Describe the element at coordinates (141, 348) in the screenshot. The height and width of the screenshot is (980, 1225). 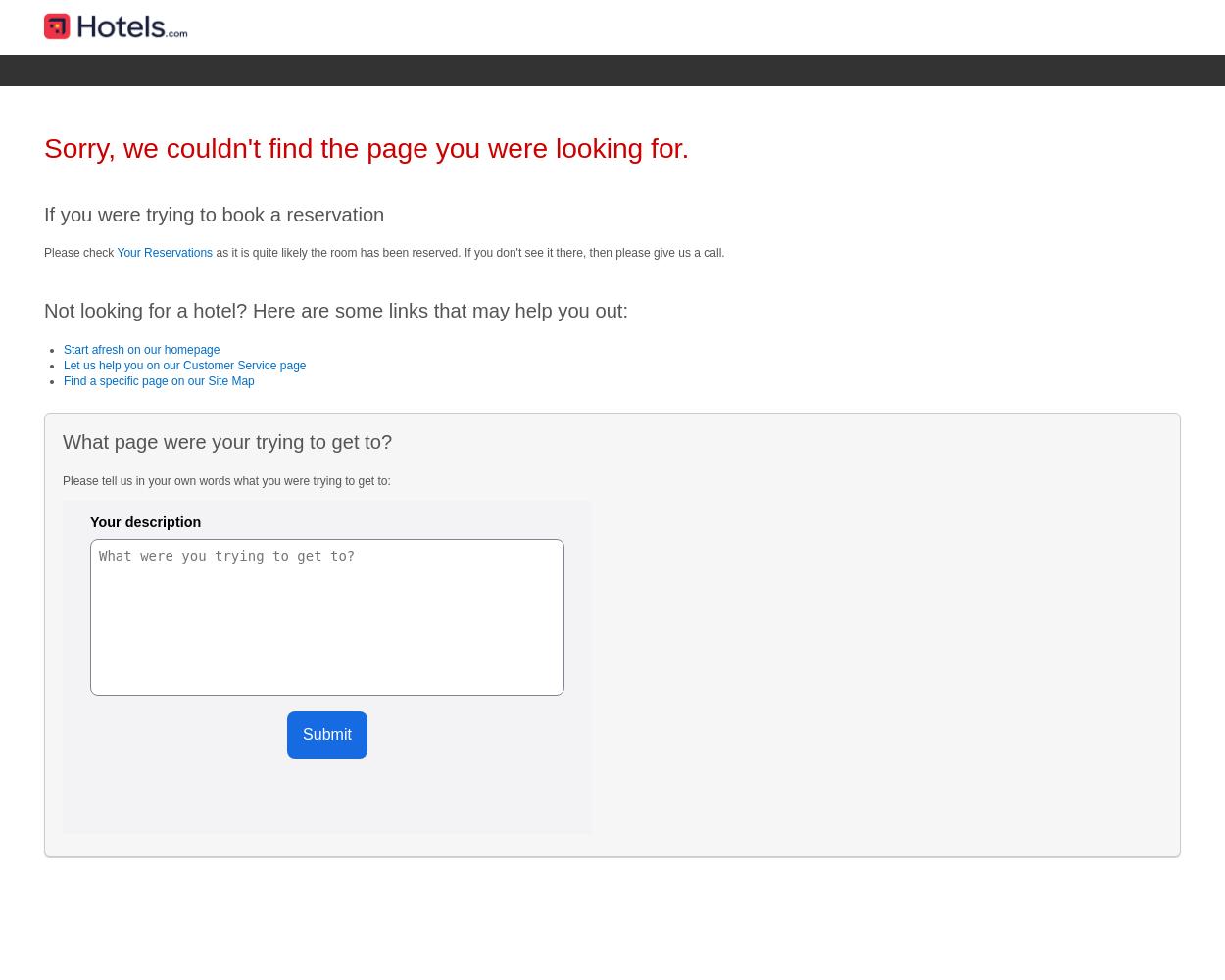
I see `'Start afresh on our homepage'` at that location.